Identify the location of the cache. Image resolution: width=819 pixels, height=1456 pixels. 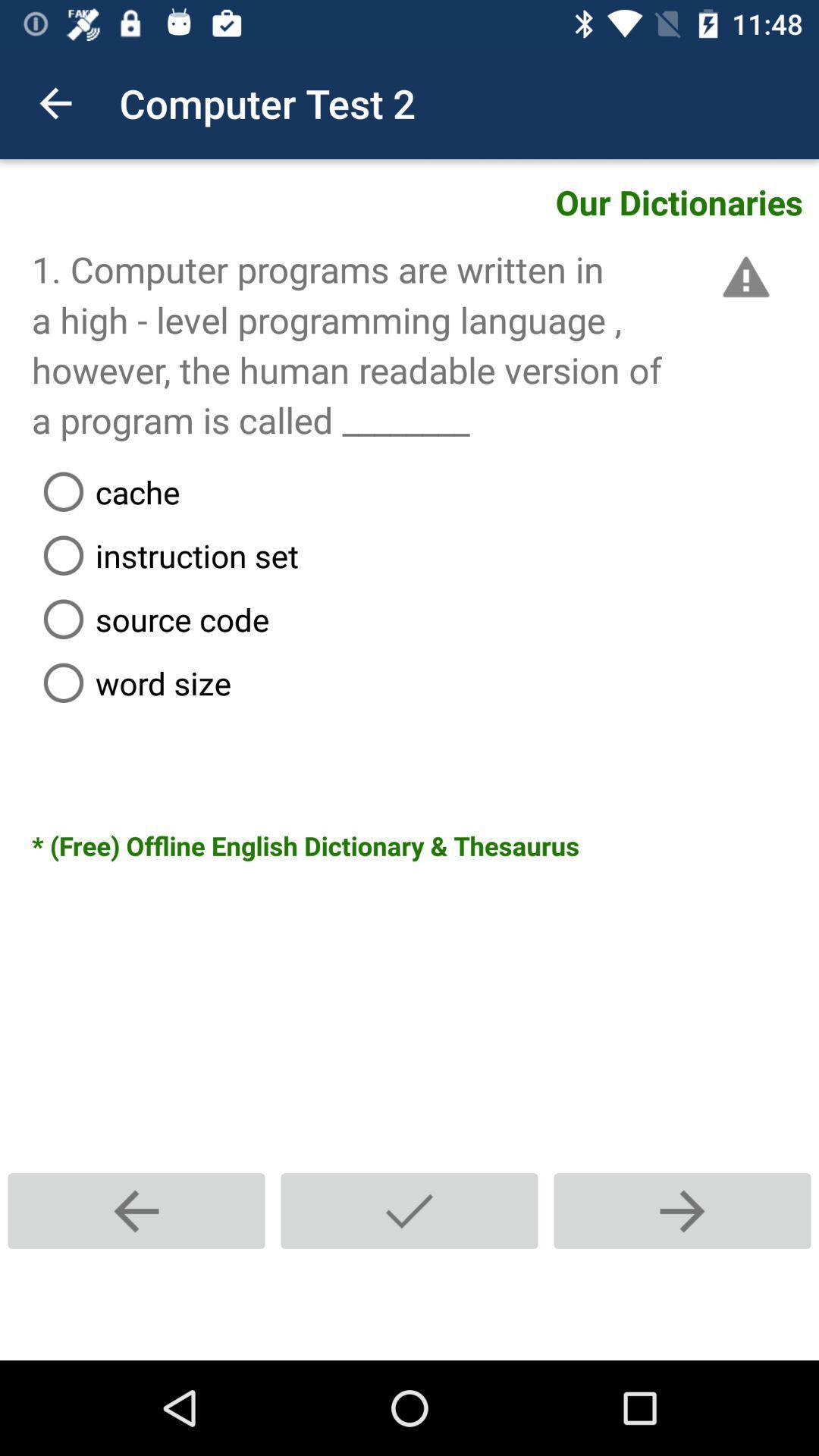
(425, 491).